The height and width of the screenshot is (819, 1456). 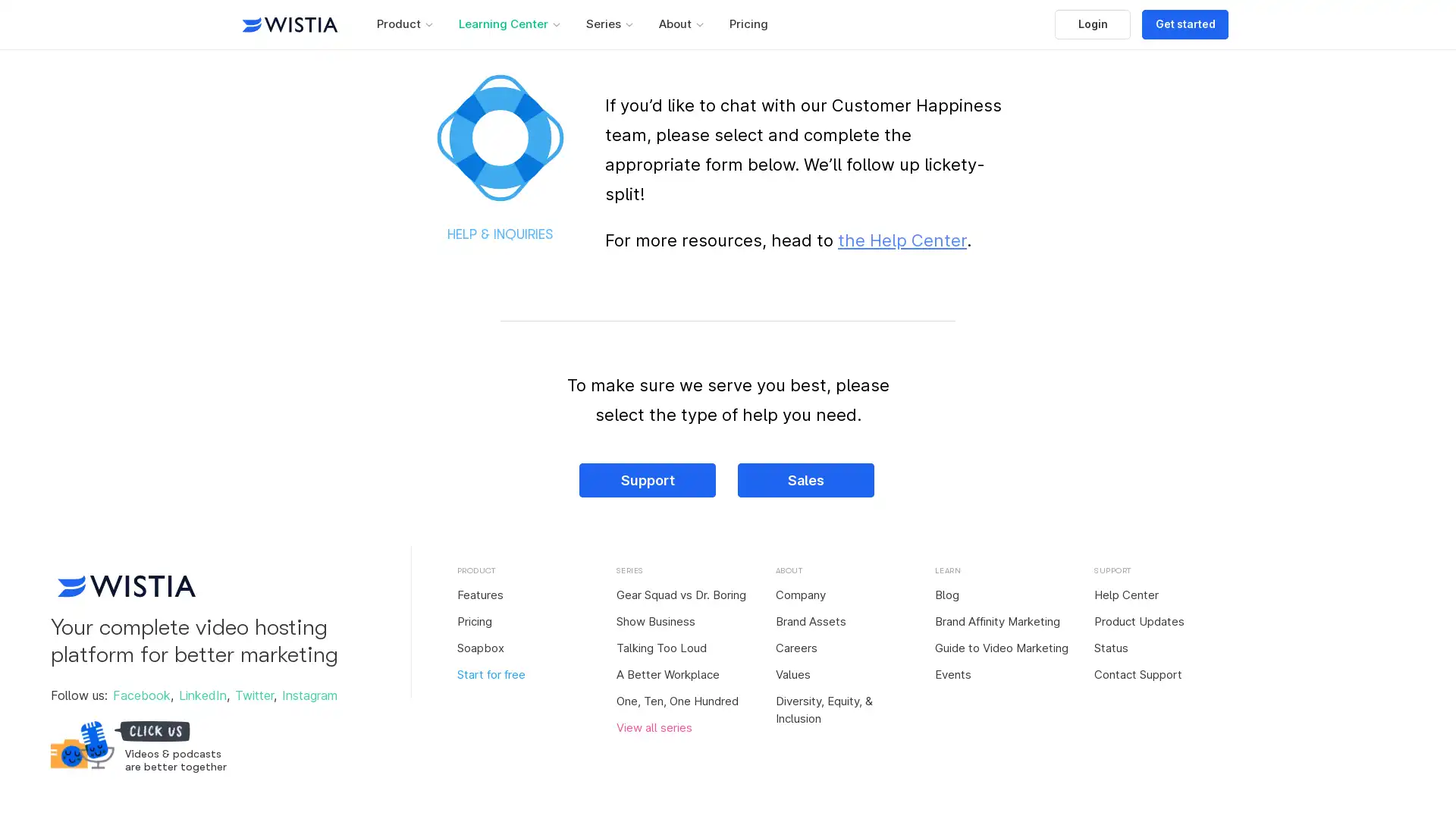 What do you see at coordinates (509, 24) in the screenshot?
I see `Learning Center` at bounding box center [509, 24].